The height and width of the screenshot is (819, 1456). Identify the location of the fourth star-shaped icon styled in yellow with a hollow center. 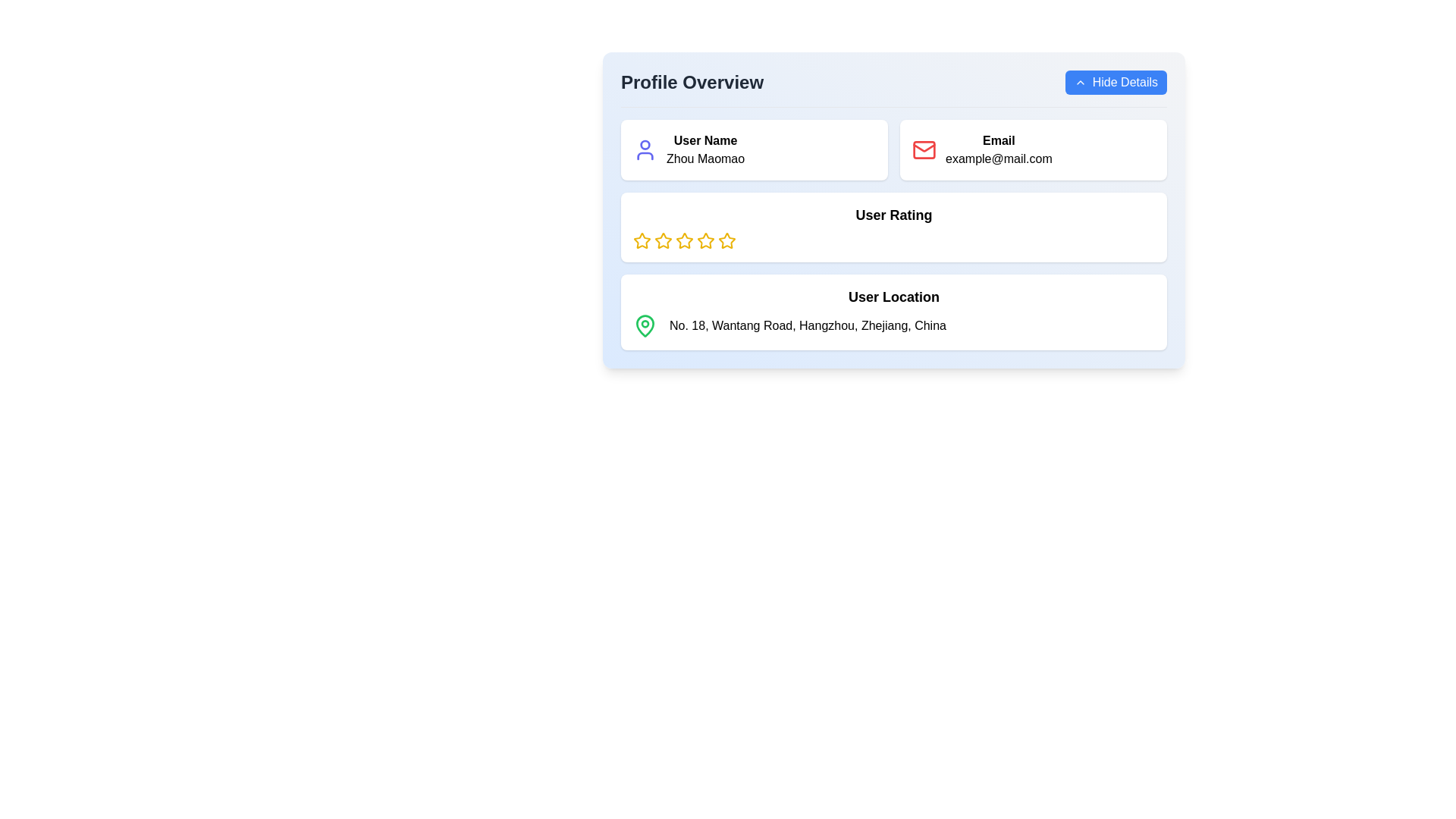
(705, 240).